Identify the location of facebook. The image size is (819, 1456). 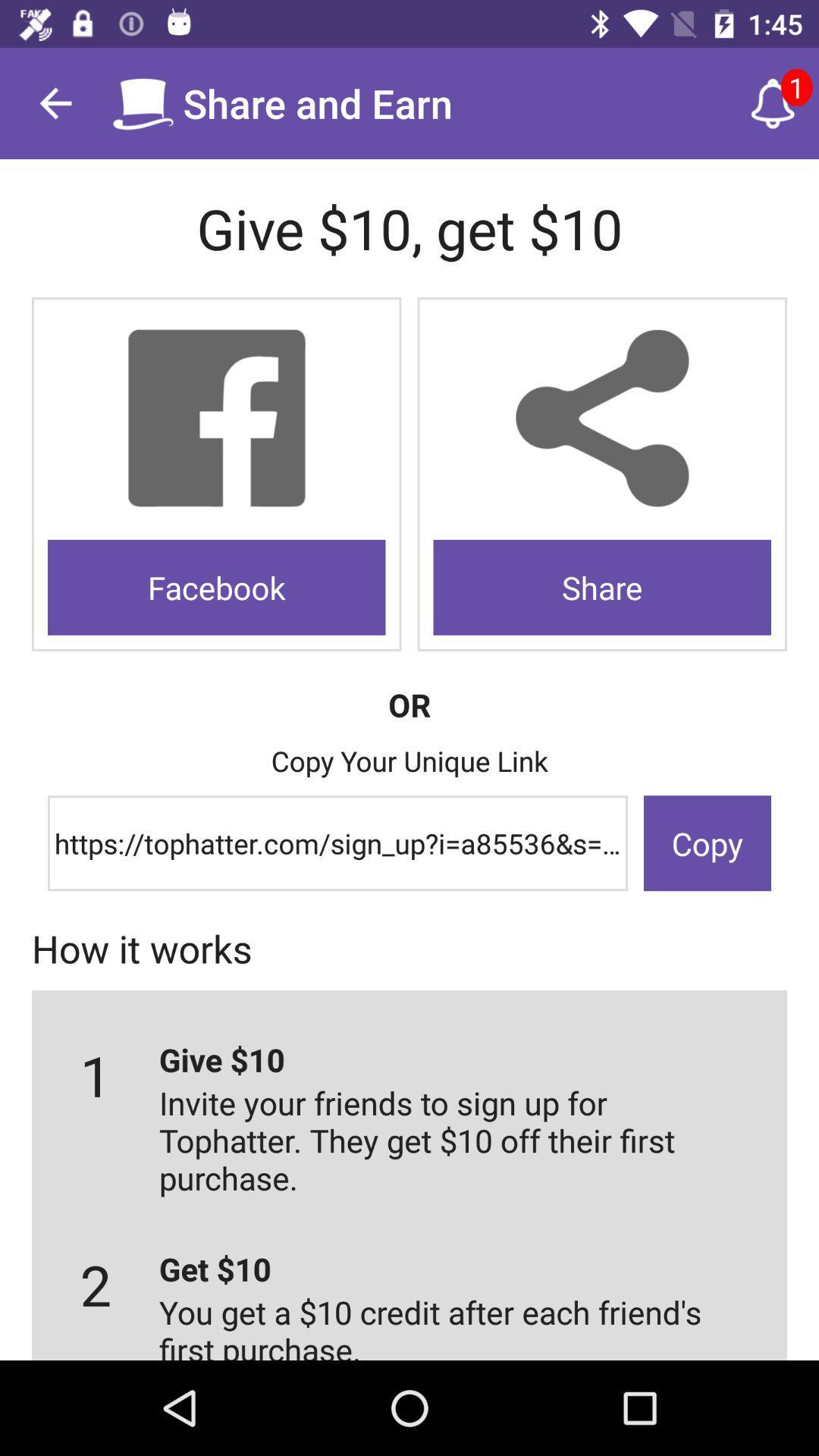
(216, 586).